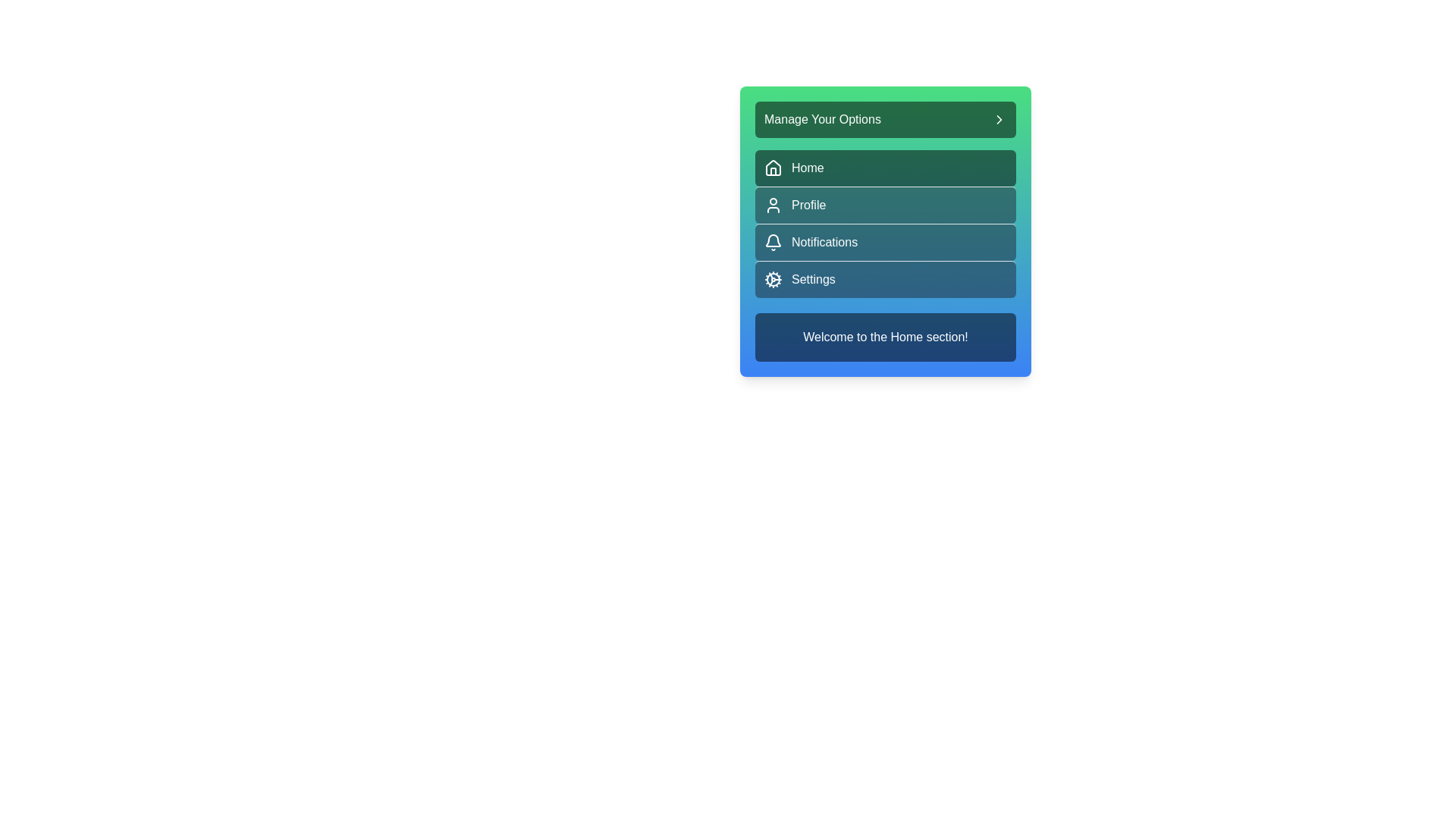 The width and height of the screenshot is (1456, 819). What do you see at coordinates (885, 279) in the screenshot?
I see `the 'Settings' button in the vertical menu list` at bounding box center [885, 279].